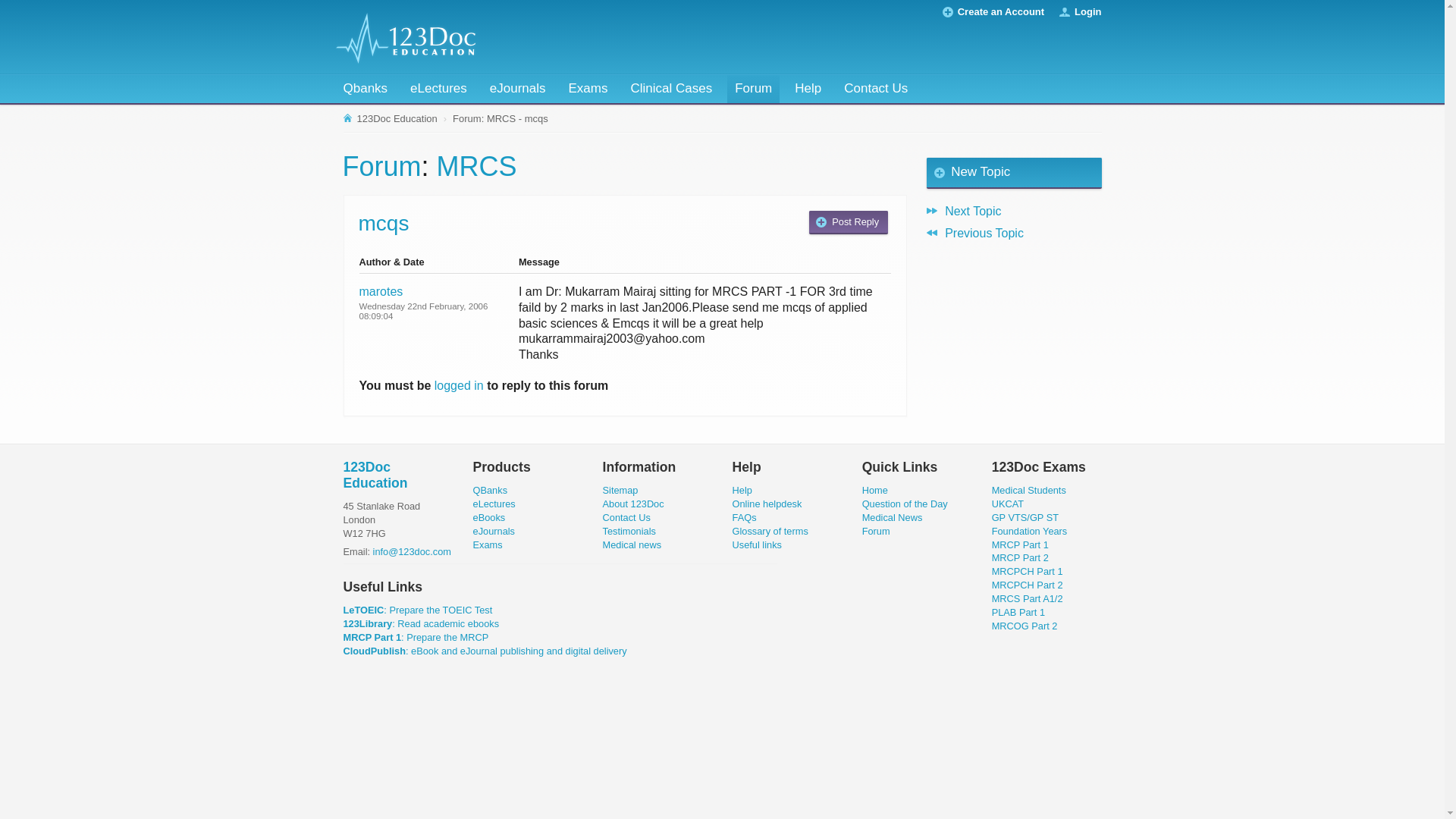 This screenshot has height=819, width=1456. I want to click on 'Forum', so click(876, 530).